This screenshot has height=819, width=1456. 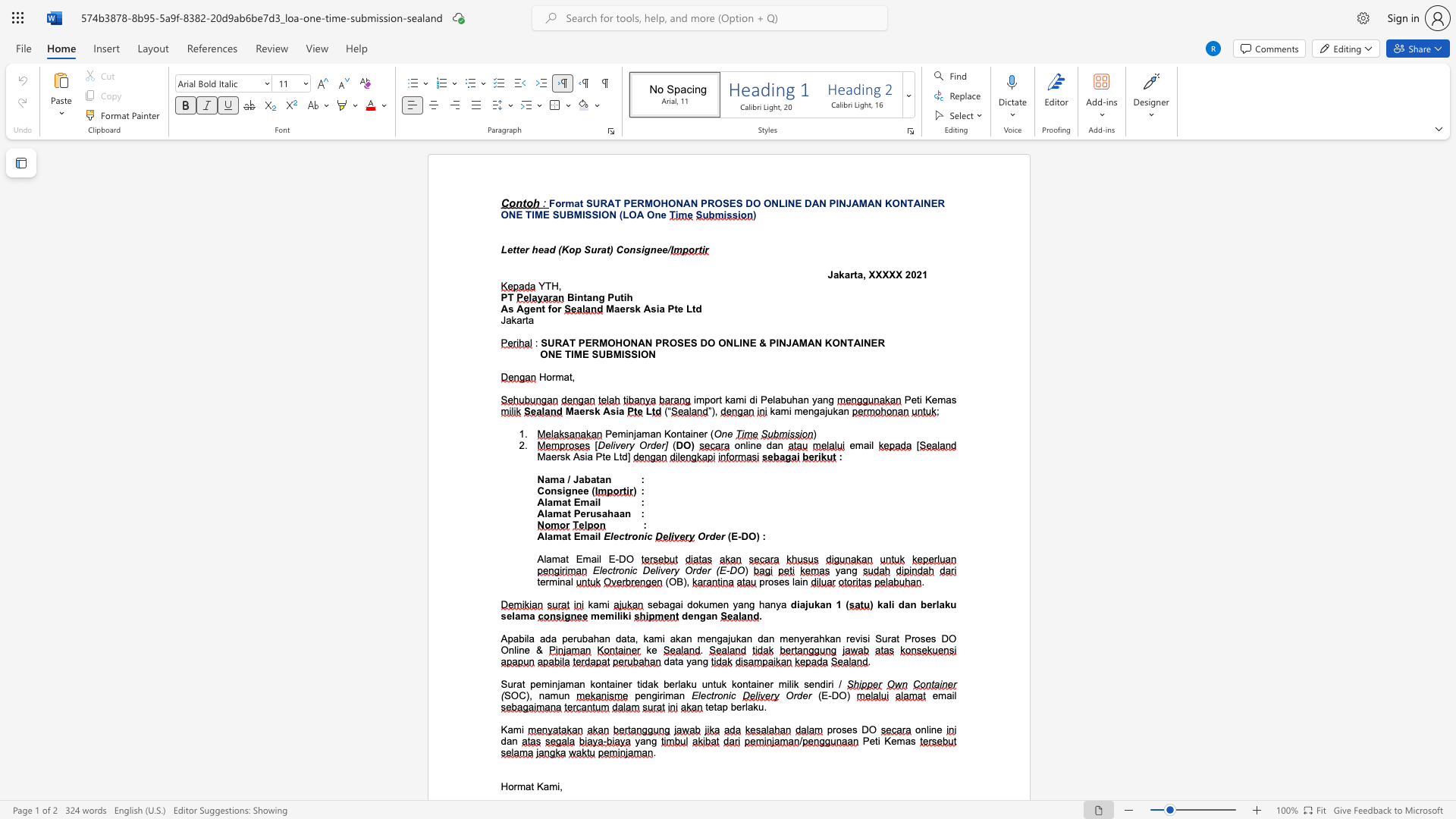 I want to click on the subset text "am" within the text "SOC), namun", so click(x=544, y=695).